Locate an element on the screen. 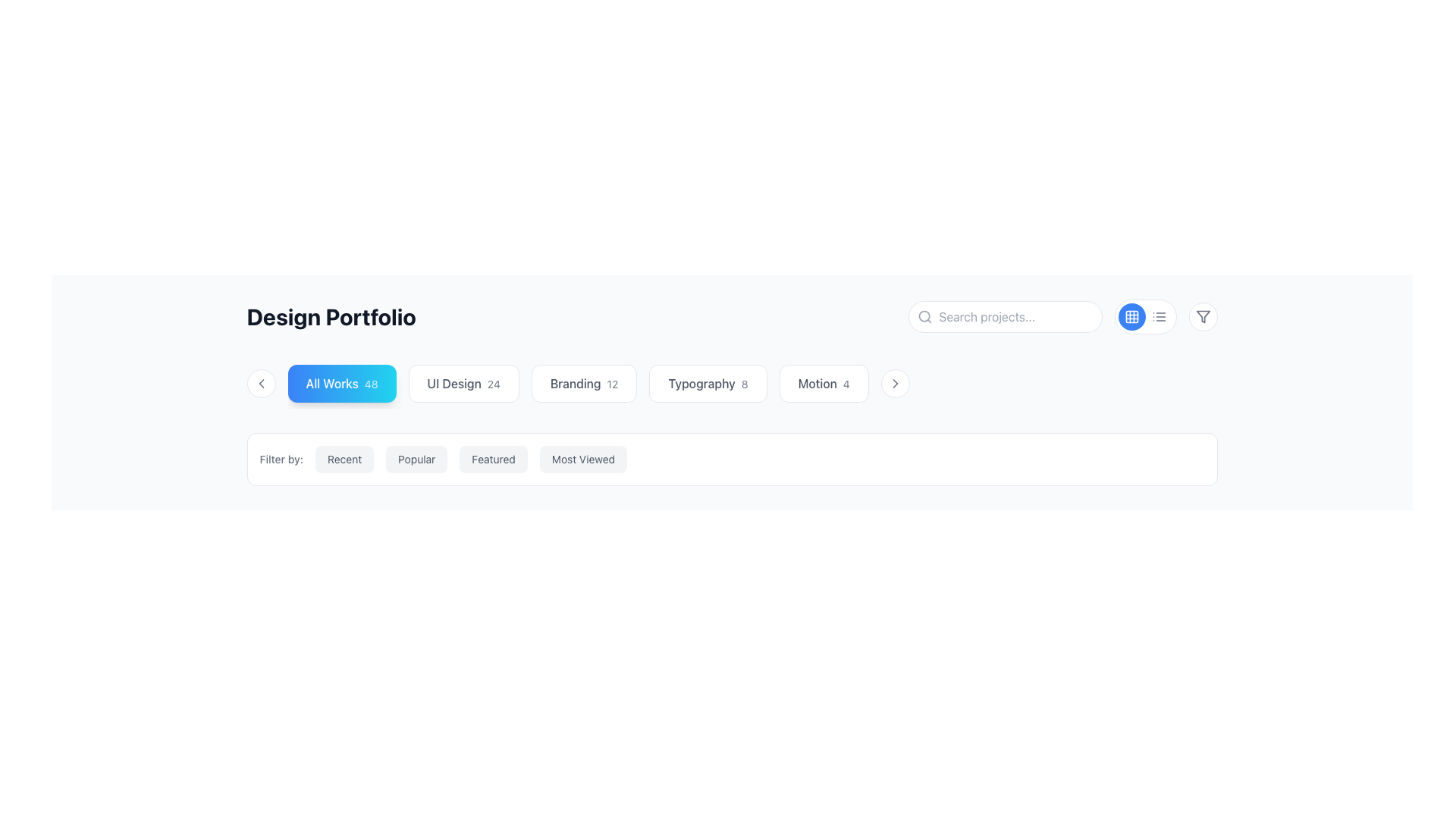 The image size is (1456, 819). the Filter Icon located in the upper-right section of the interface is located at coordinates (1202, 315).